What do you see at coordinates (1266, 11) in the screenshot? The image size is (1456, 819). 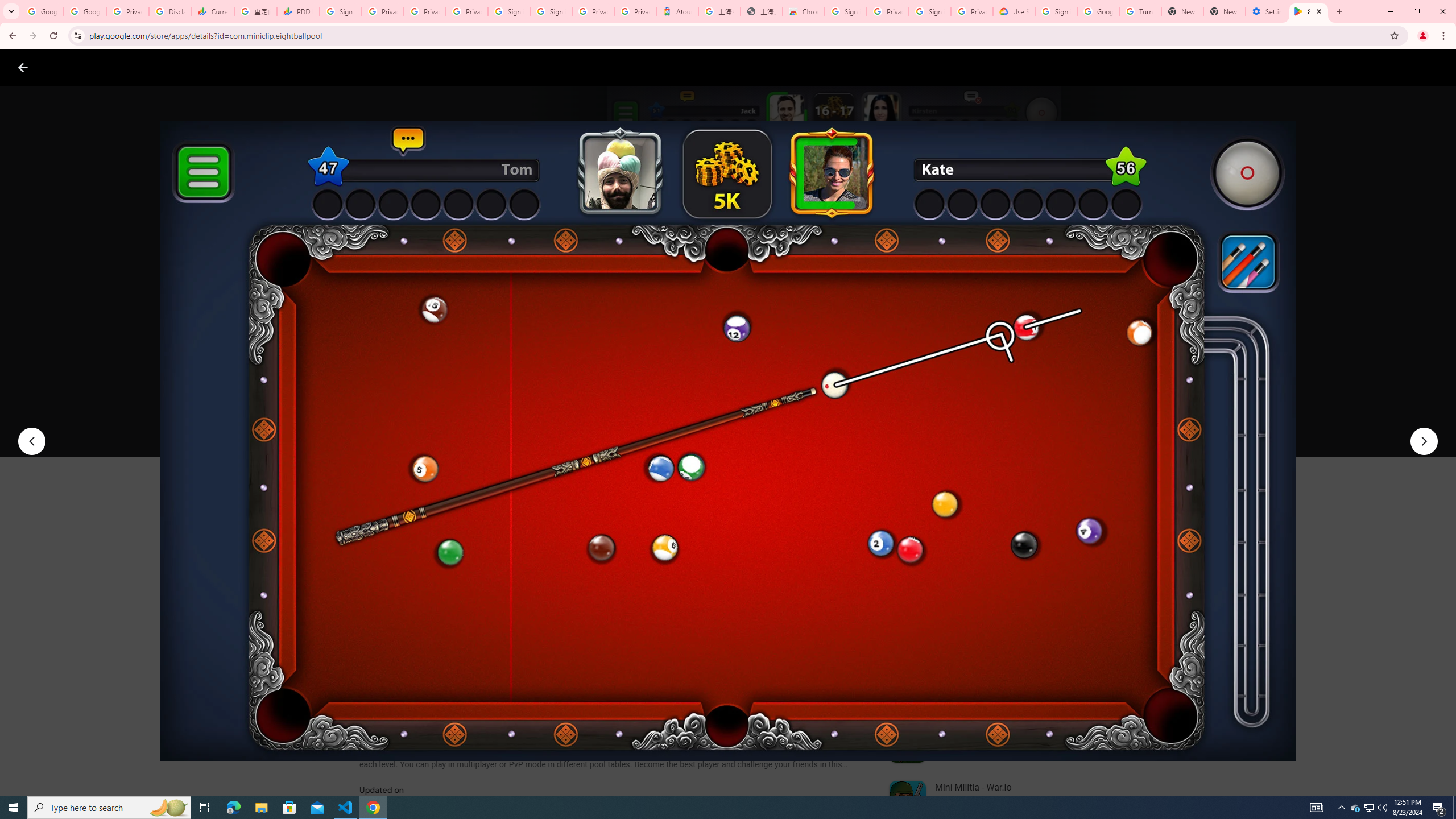 I see `'Settings - System'` at bounding box center [1266, 11].